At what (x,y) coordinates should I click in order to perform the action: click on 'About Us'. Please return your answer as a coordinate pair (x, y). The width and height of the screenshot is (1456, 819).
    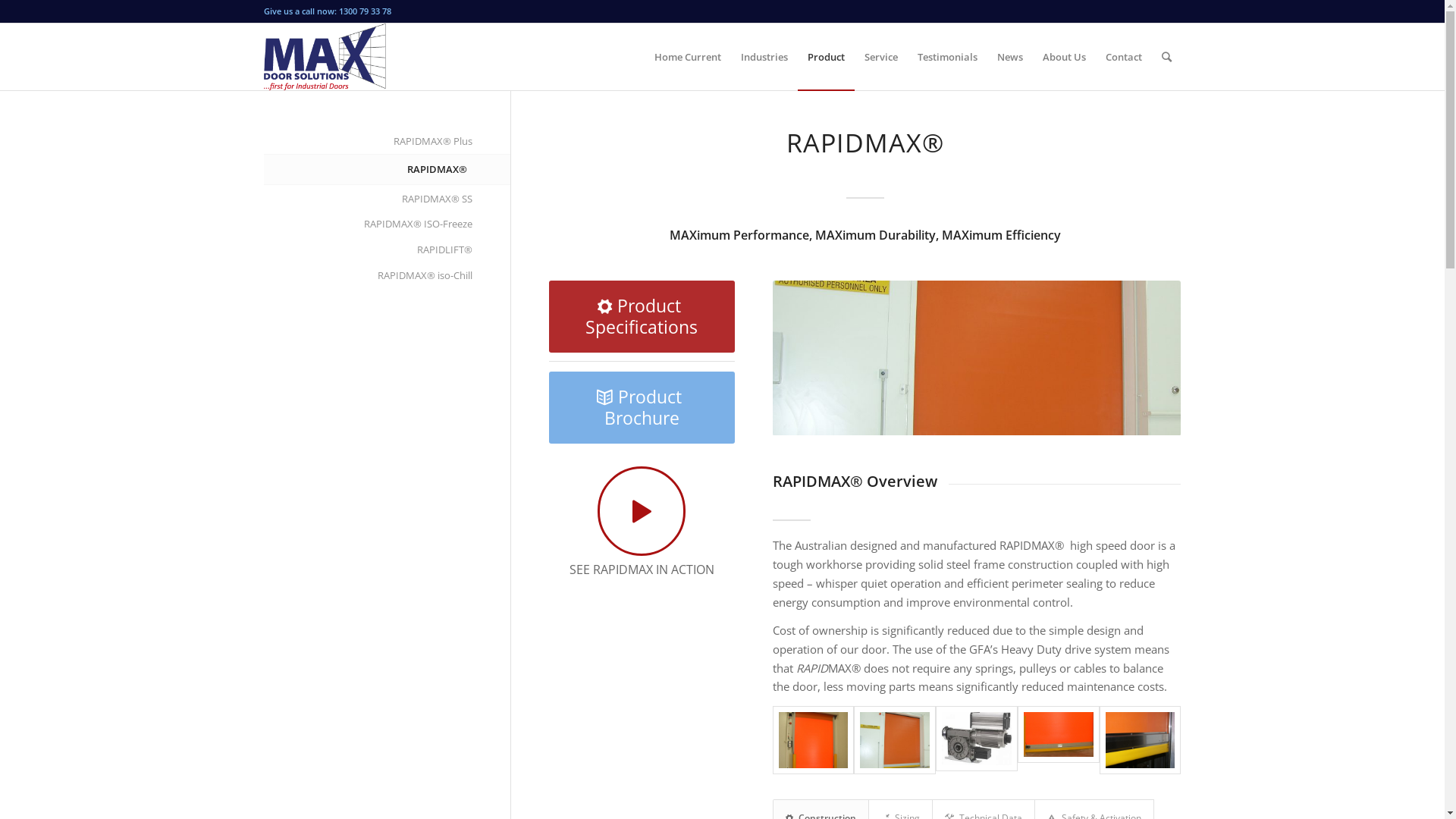
    Looking at the image, I should click on (1032, 55).